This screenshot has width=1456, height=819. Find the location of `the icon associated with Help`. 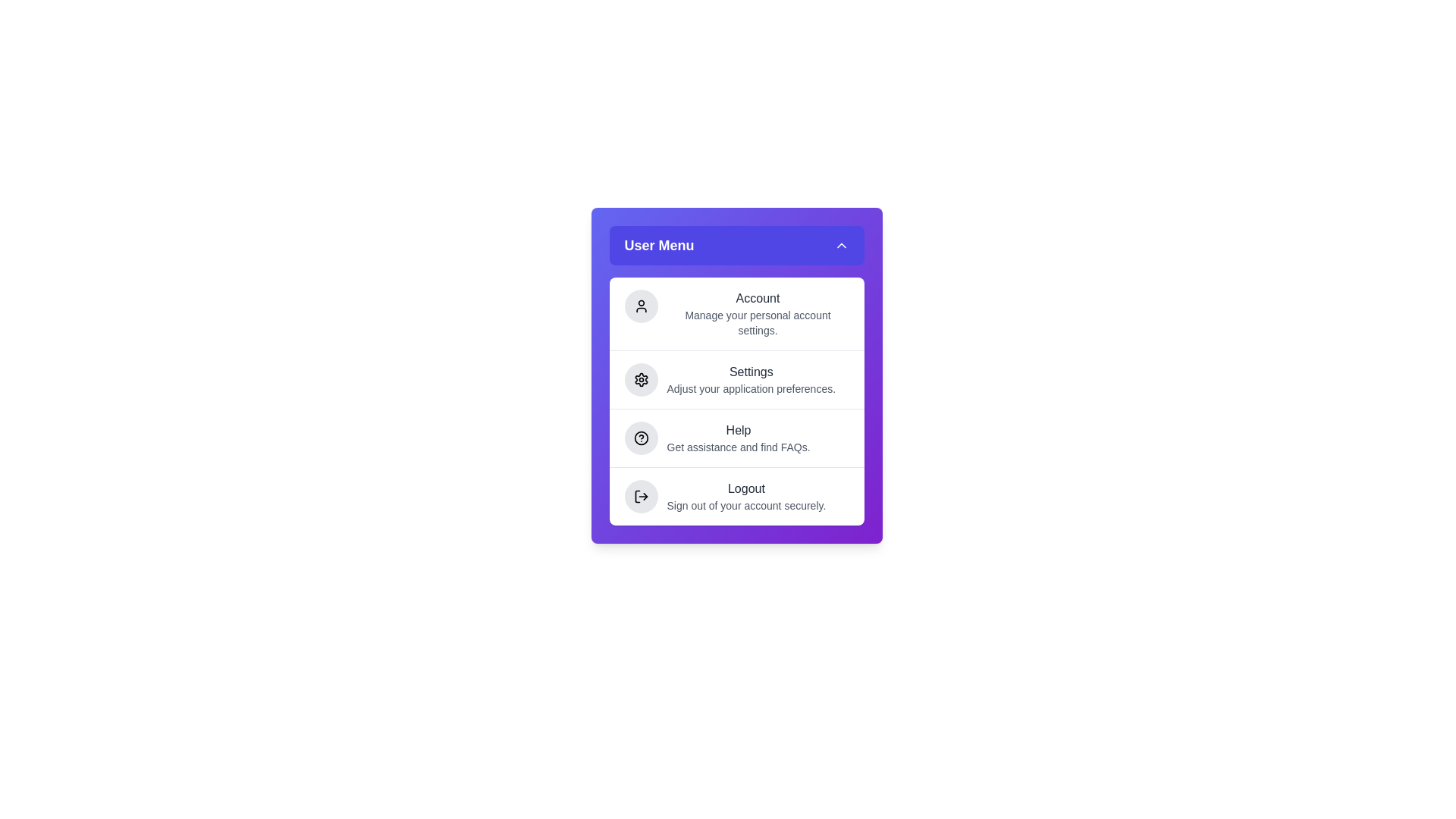

the icon associated with Help is located at coordinates (641, 438).